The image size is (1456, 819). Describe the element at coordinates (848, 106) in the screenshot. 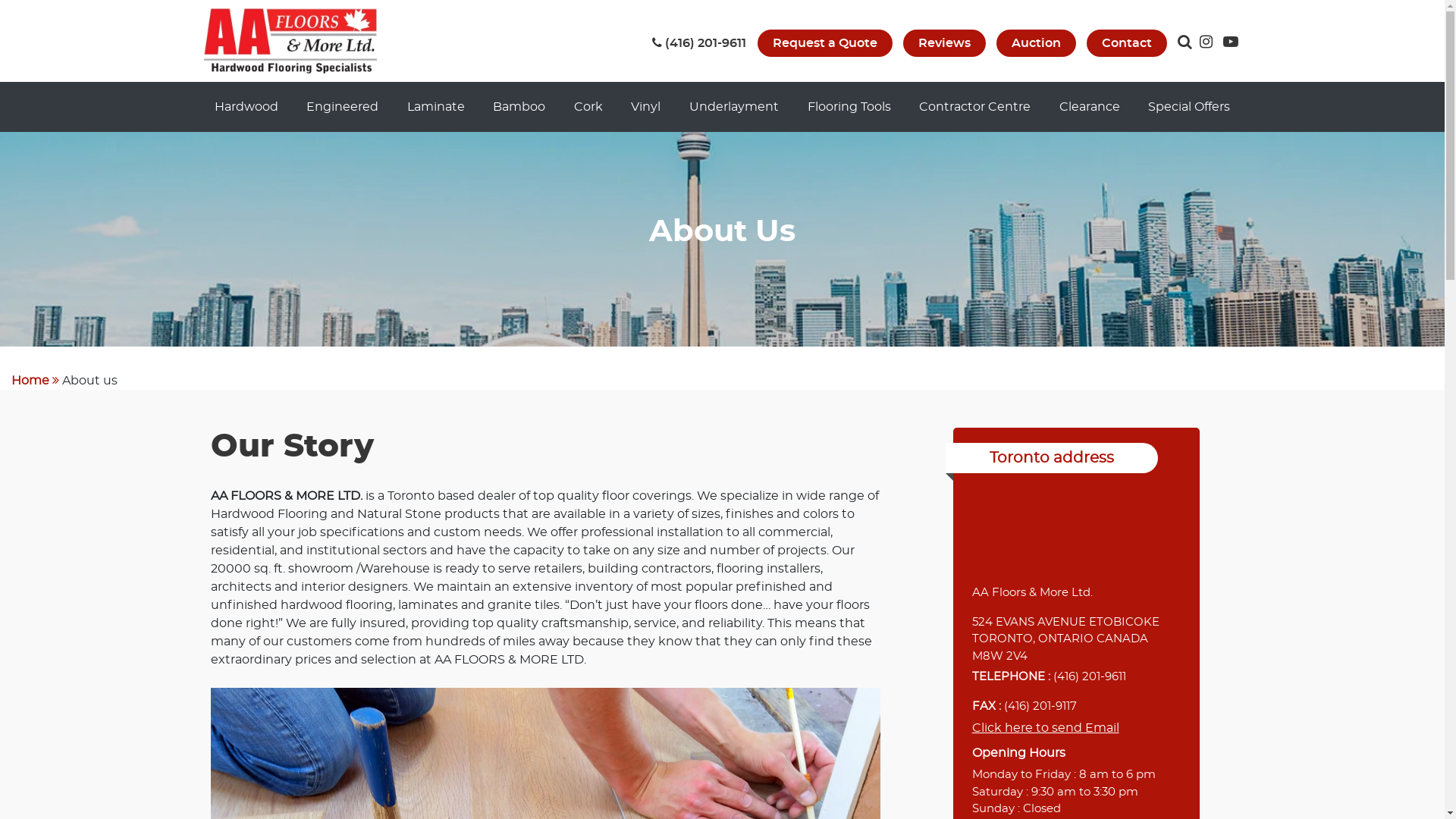

I see `'Flooring Tools'` at that location.